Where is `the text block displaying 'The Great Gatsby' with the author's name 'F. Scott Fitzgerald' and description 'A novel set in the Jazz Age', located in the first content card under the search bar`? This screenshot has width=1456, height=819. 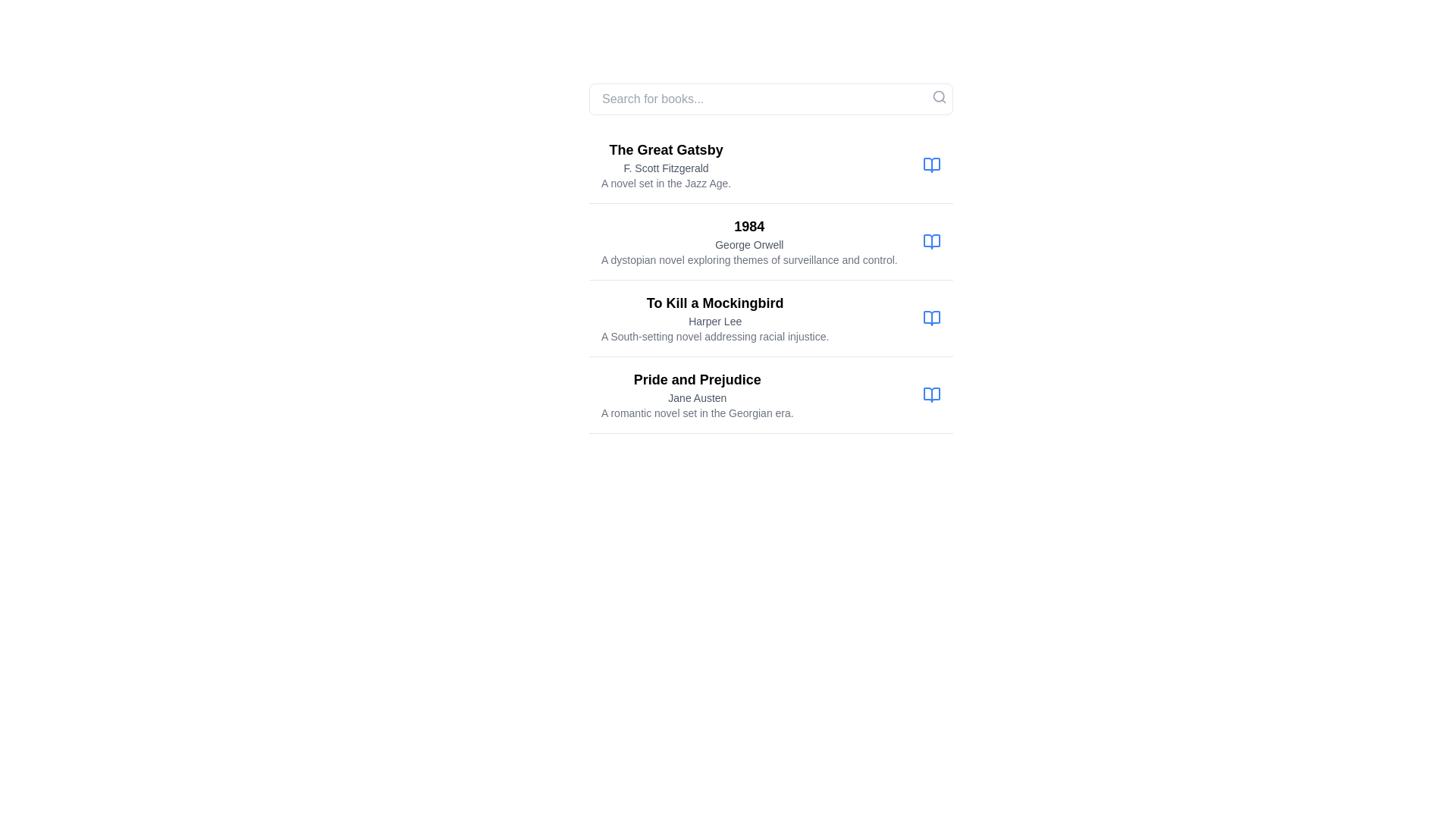 the text block displaying 'The Great Gatsby' with the author's name 'F. Scott Fitzgerald' and description 'A novel set in the Jazz Age', located in the first content card under the search bar is located at coordinates (666, 165).